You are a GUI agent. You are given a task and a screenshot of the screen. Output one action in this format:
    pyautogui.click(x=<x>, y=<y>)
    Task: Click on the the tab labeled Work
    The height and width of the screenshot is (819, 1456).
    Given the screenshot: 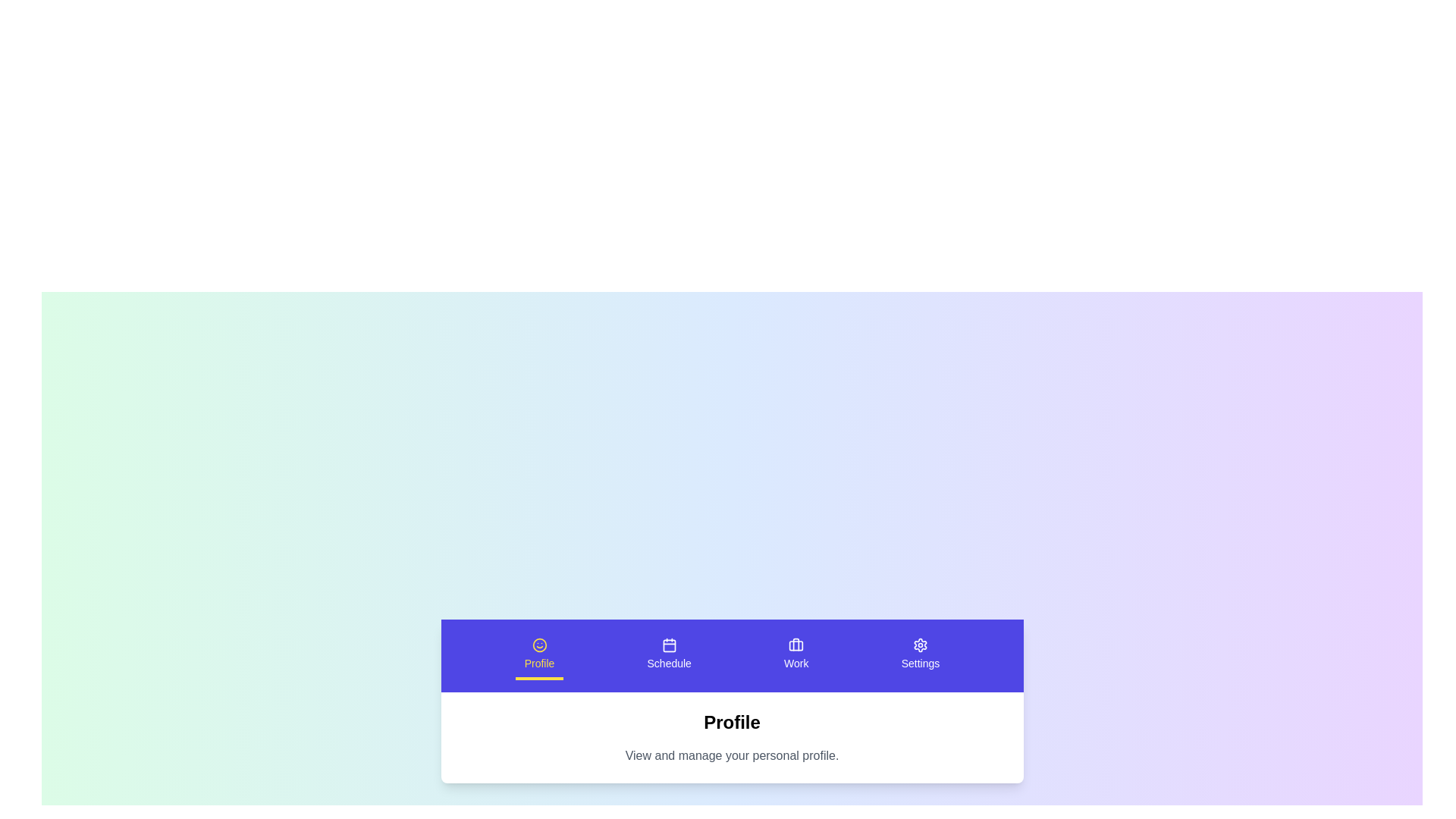 What is the action you would take?
    pyautogui.click(x=795, y=654)
    